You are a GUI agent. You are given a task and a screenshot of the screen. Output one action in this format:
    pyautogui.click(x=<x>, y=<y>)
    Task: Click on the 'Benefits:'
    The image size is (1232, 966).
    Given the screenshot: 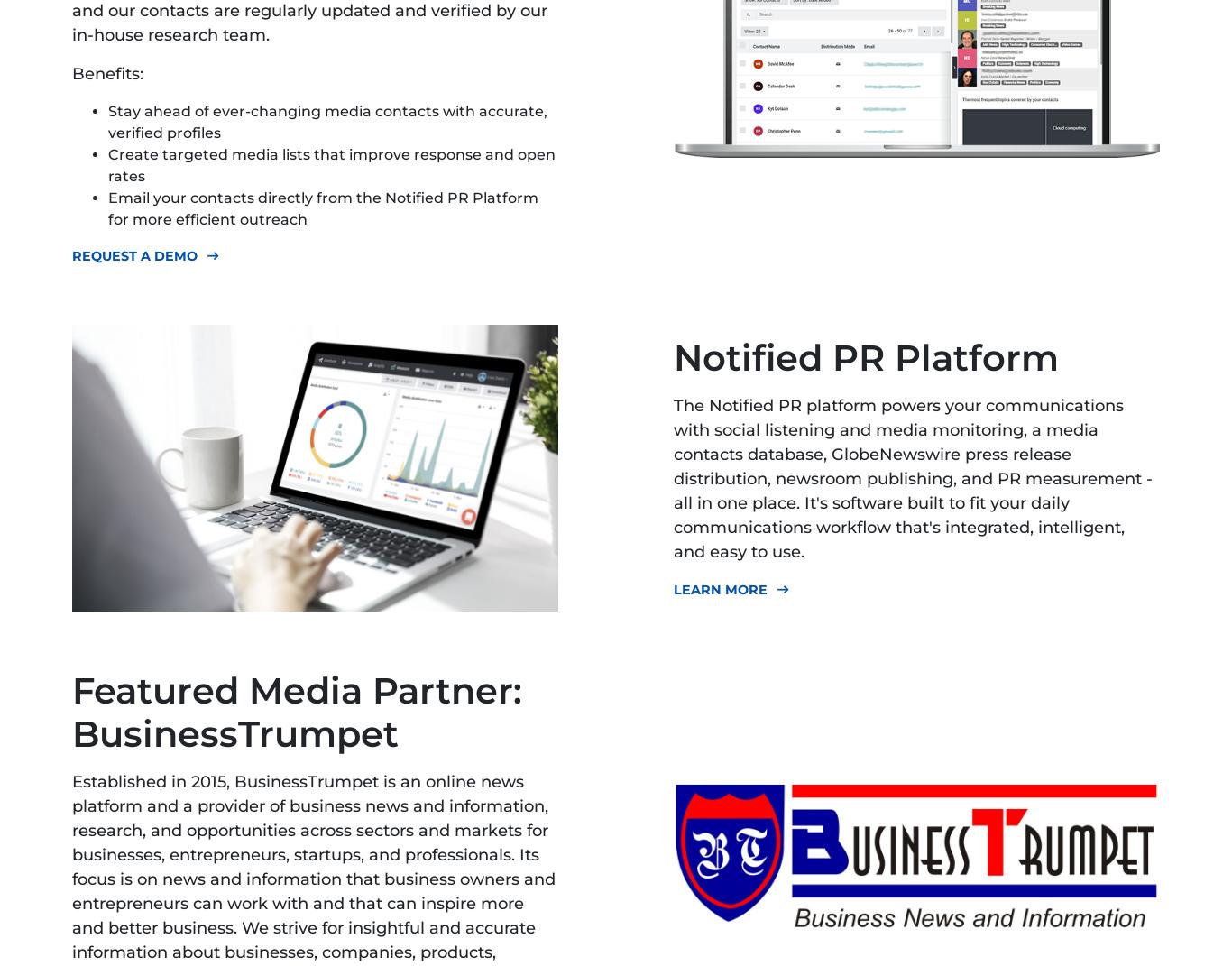 What is the action you would take?
    pyautogui.click(x=106, y=74)
    